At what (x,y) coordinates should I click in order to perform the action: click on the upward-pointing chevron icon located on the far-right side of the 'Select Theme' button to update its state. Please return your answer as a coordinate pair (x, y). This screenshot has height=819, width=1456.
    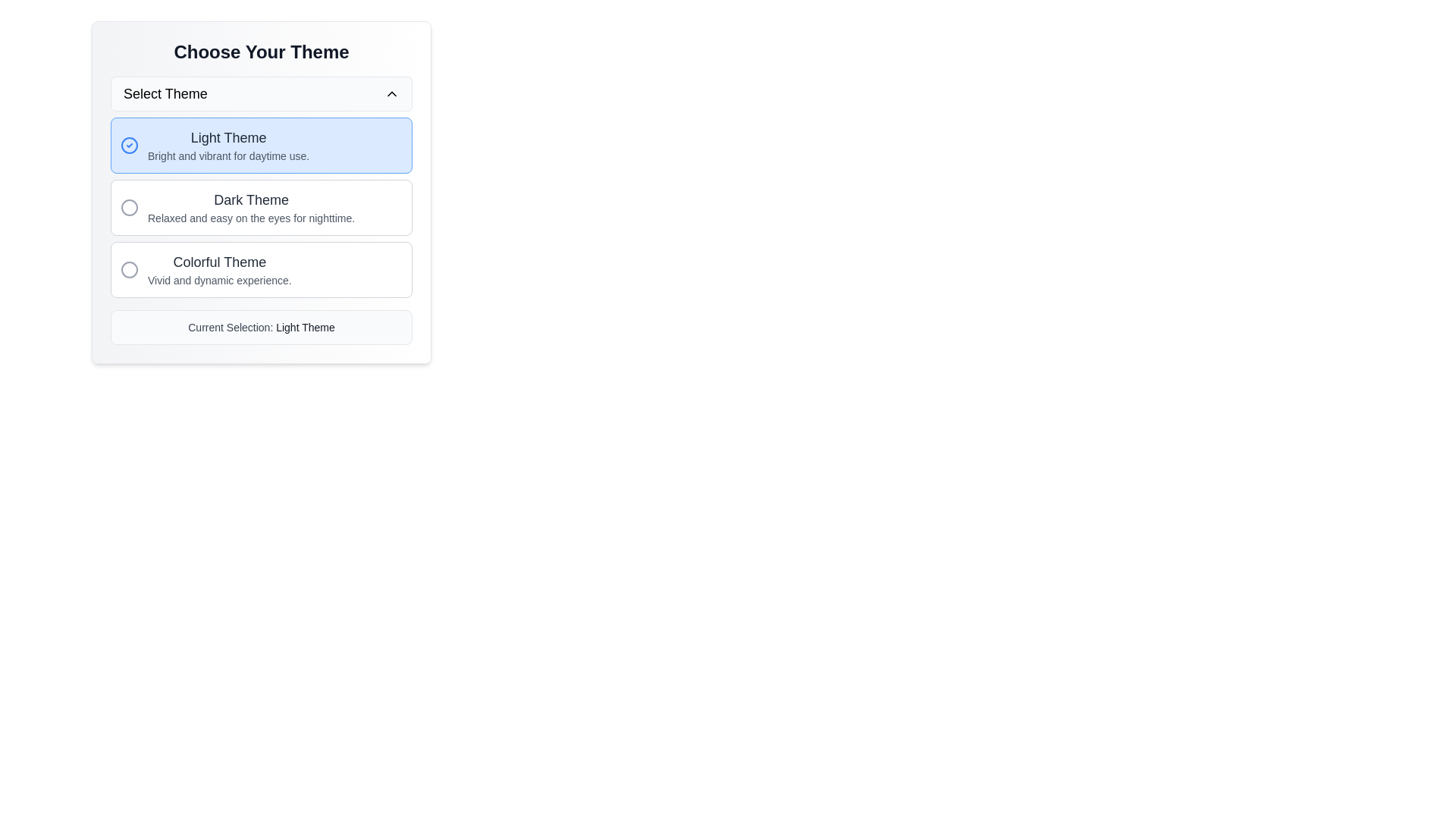
    Looking at the image, I should click on (392, 93).